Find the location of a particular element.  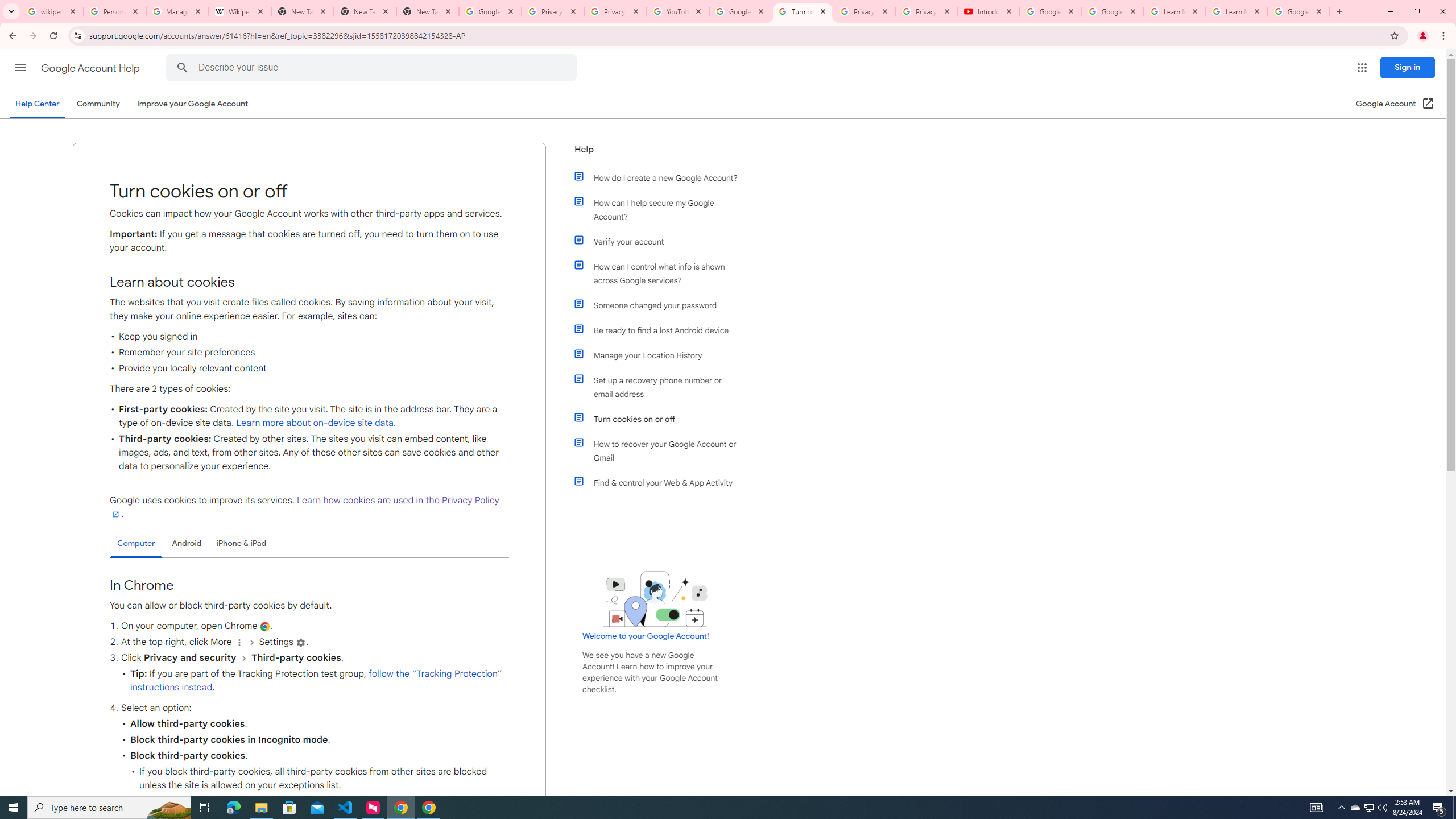

'More' is located at coordinates (239, 642).